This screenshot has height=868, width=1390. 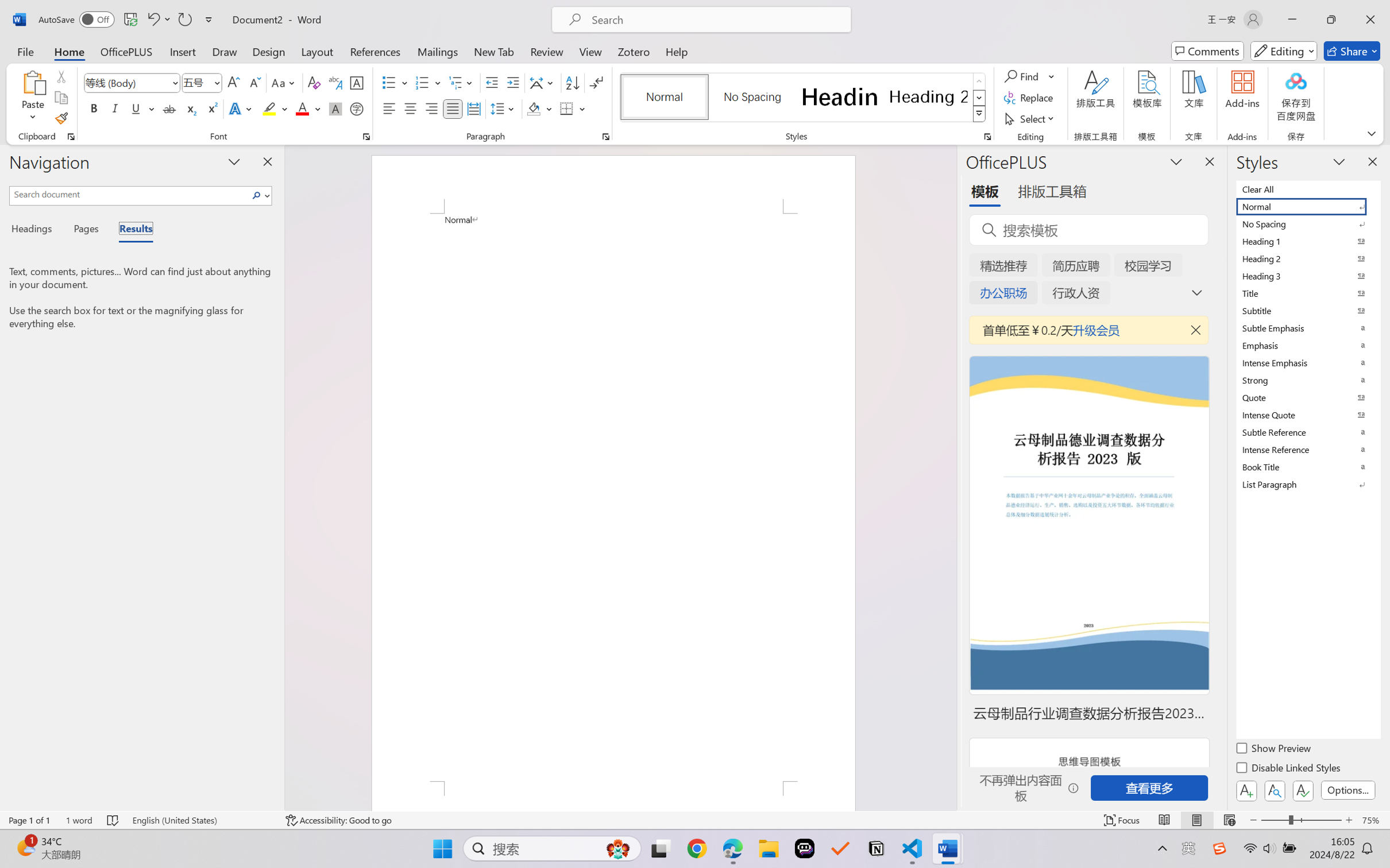 What do you see at coordinates (389, 108) in the screenshot?
I see `'Align Left'` at bounding box center [389, 108].